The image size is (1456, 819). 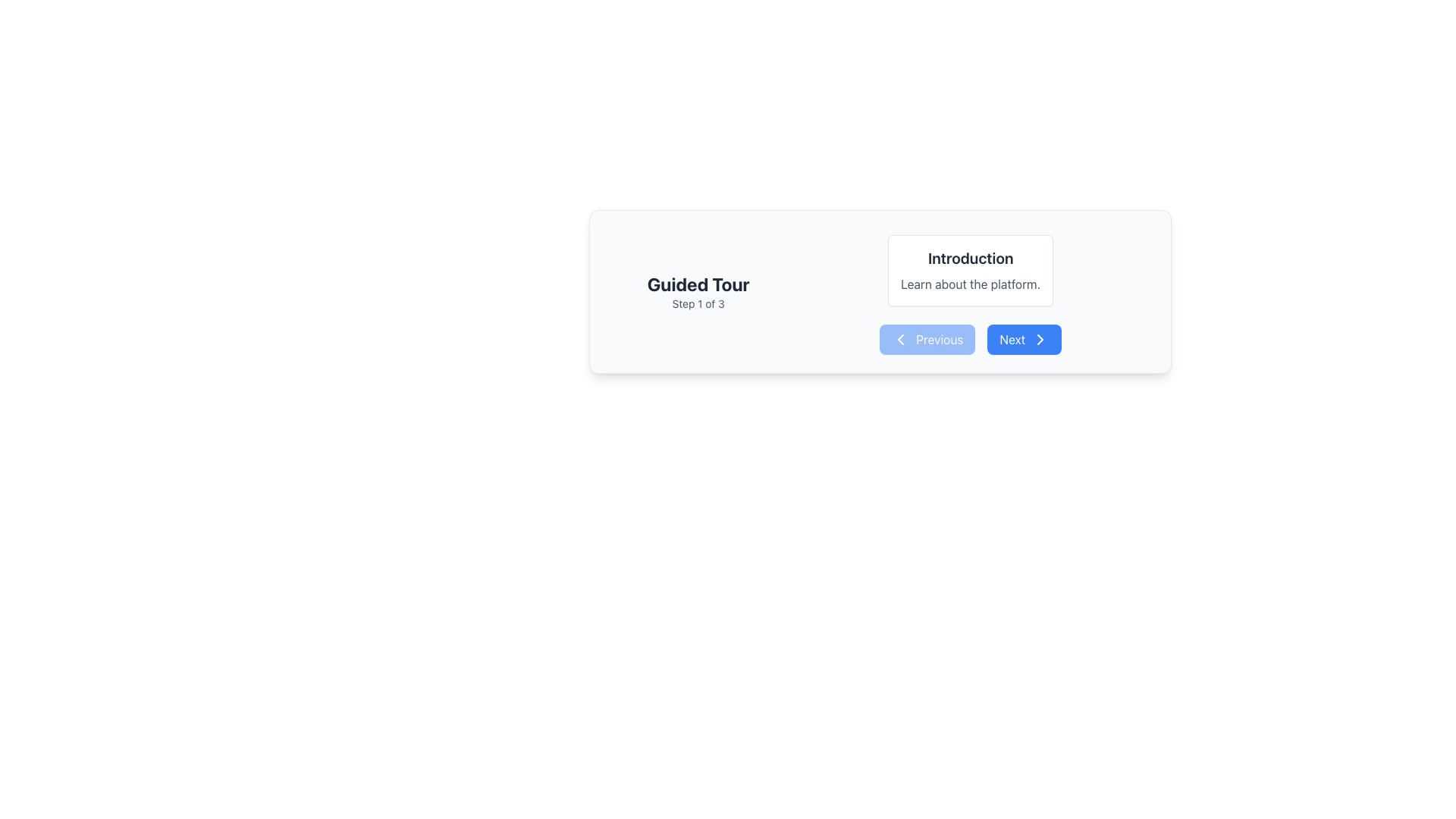 What do you see at coordinates (971, 270) in the screenshot?
I see `the Informational Card that displays 'Introduction' in bold and 'Learn about the platform.' in smaller text` at bounding box center [971, 270].